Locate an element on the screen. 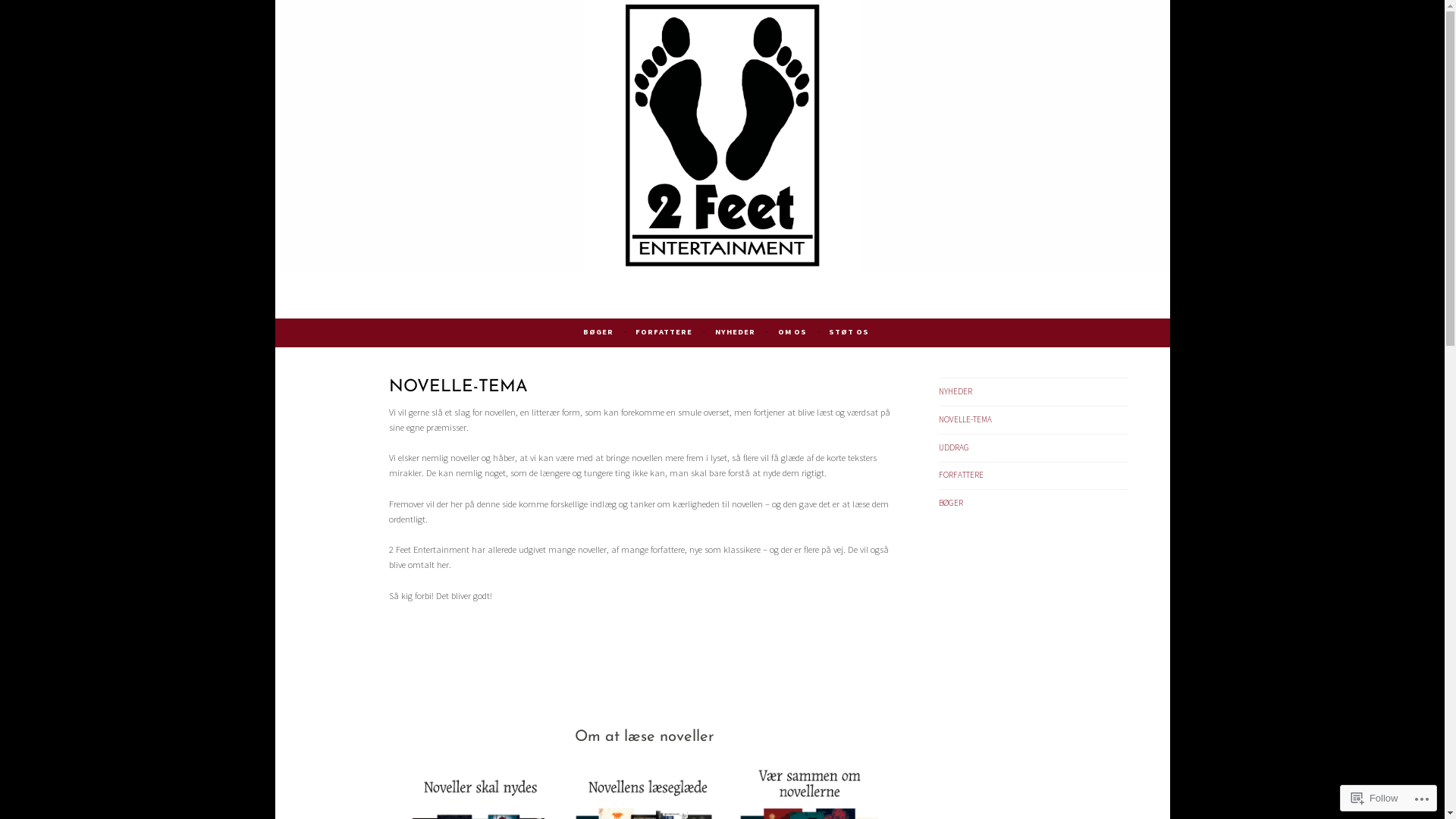 The height and width of the screenshot is (819, 1456). 'UDDRAG' is located at coordinates (938, 447).